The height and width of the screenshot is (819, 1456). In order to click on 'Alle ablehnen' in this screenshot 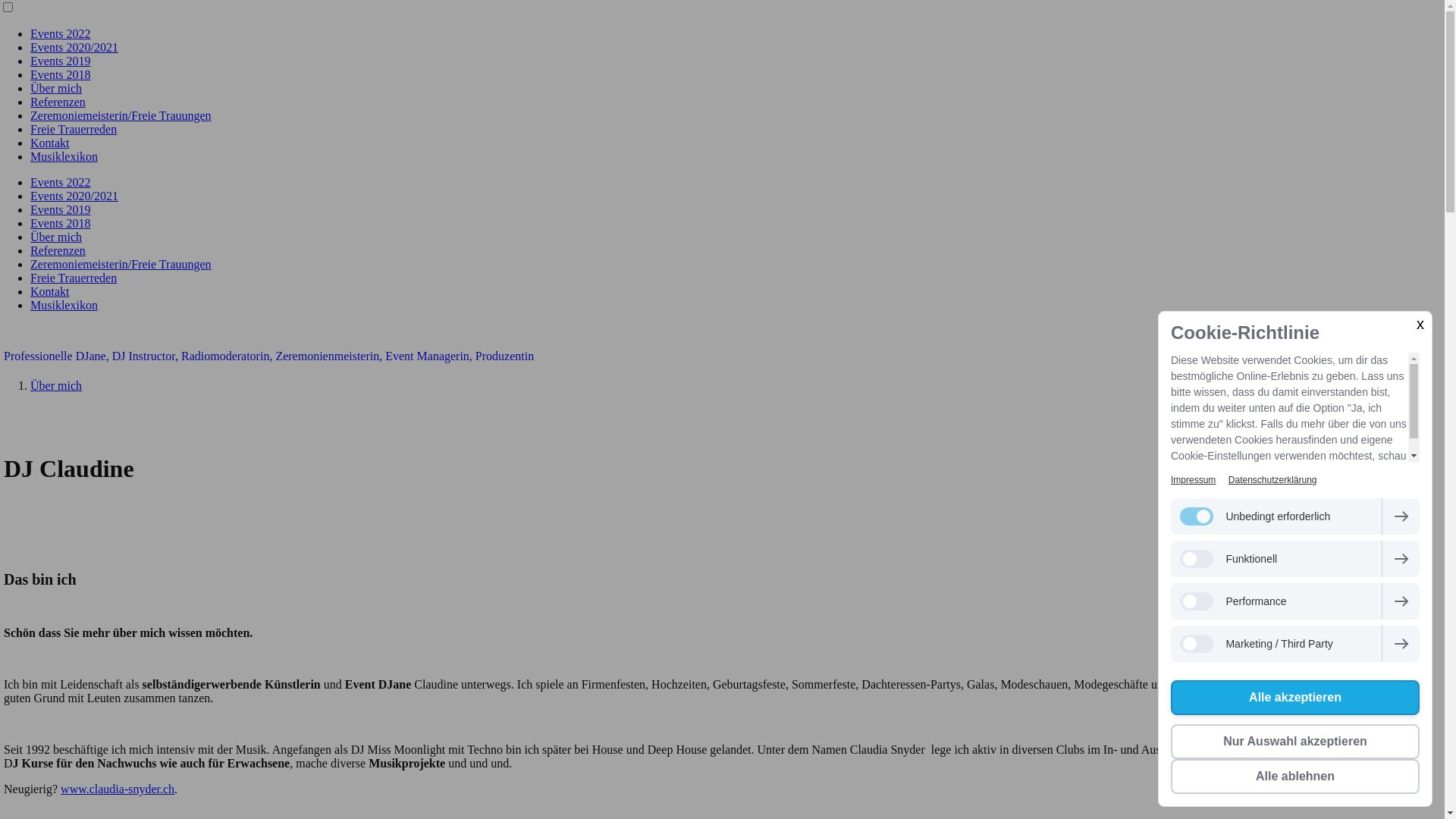, I will do `click(1170, 776)`.